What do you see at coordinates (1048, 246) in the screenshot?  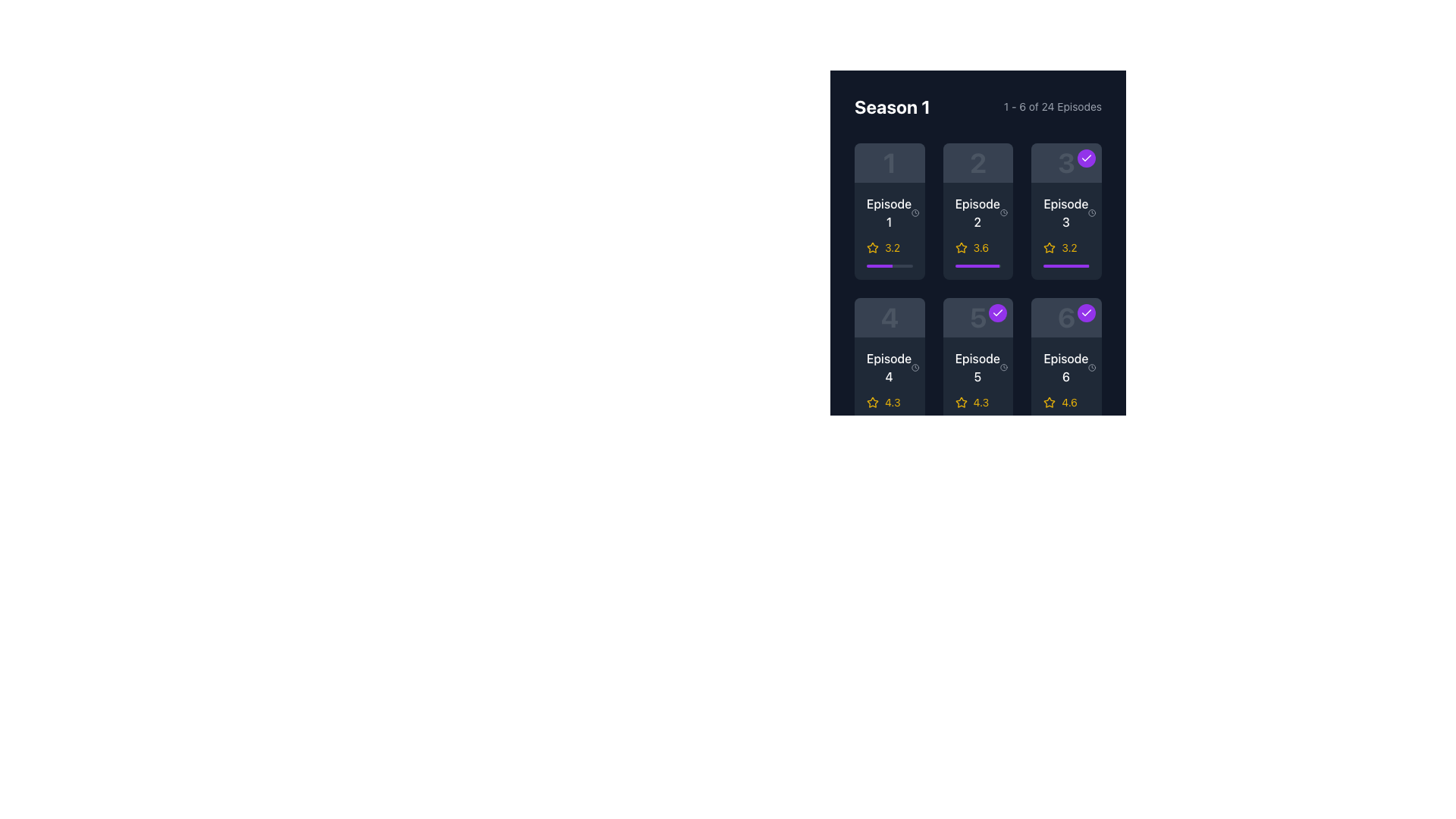 I see `the star icon located` at bounding box center [1048, 246].